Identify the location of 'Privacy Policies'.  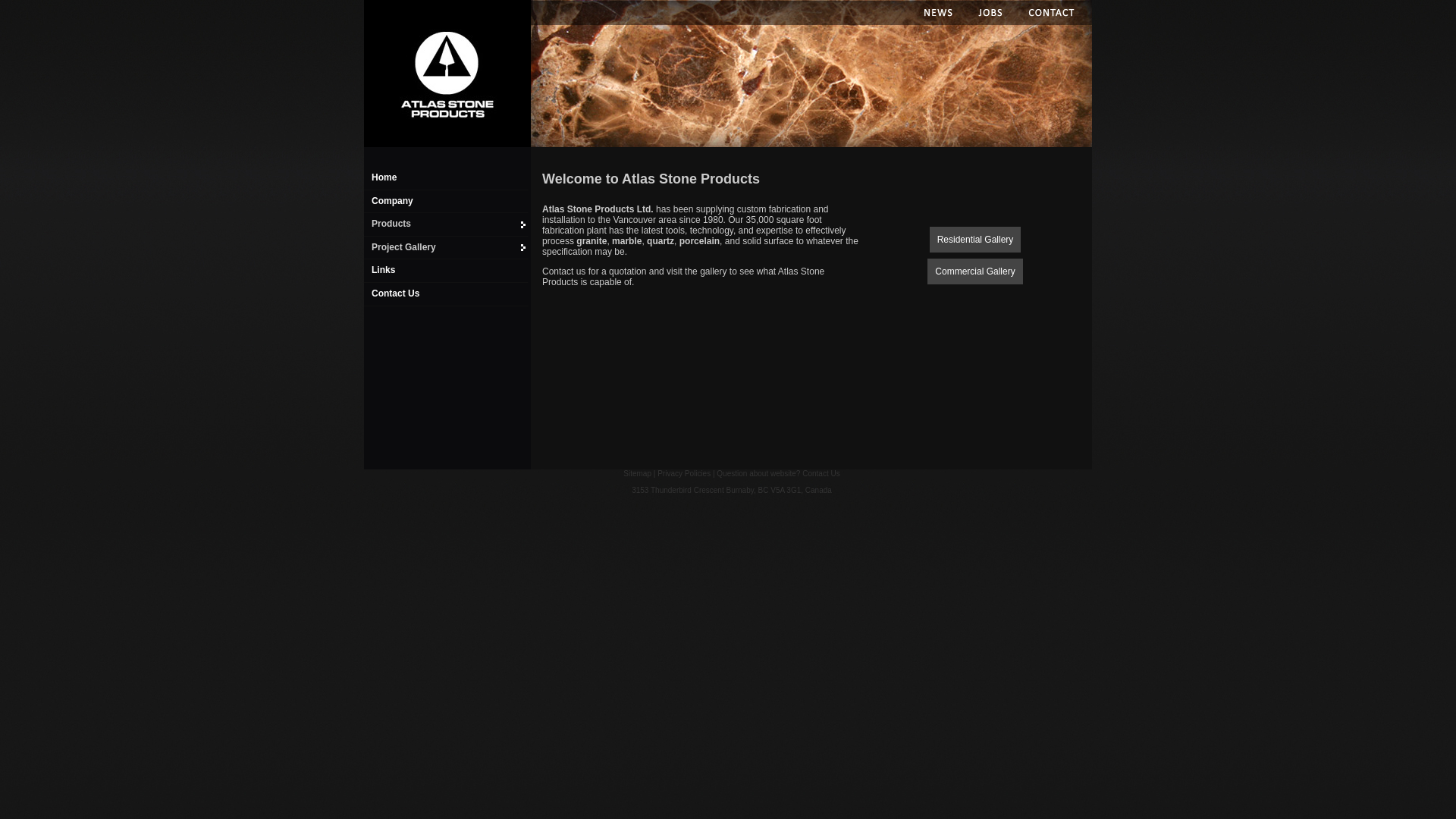
(657, 472).